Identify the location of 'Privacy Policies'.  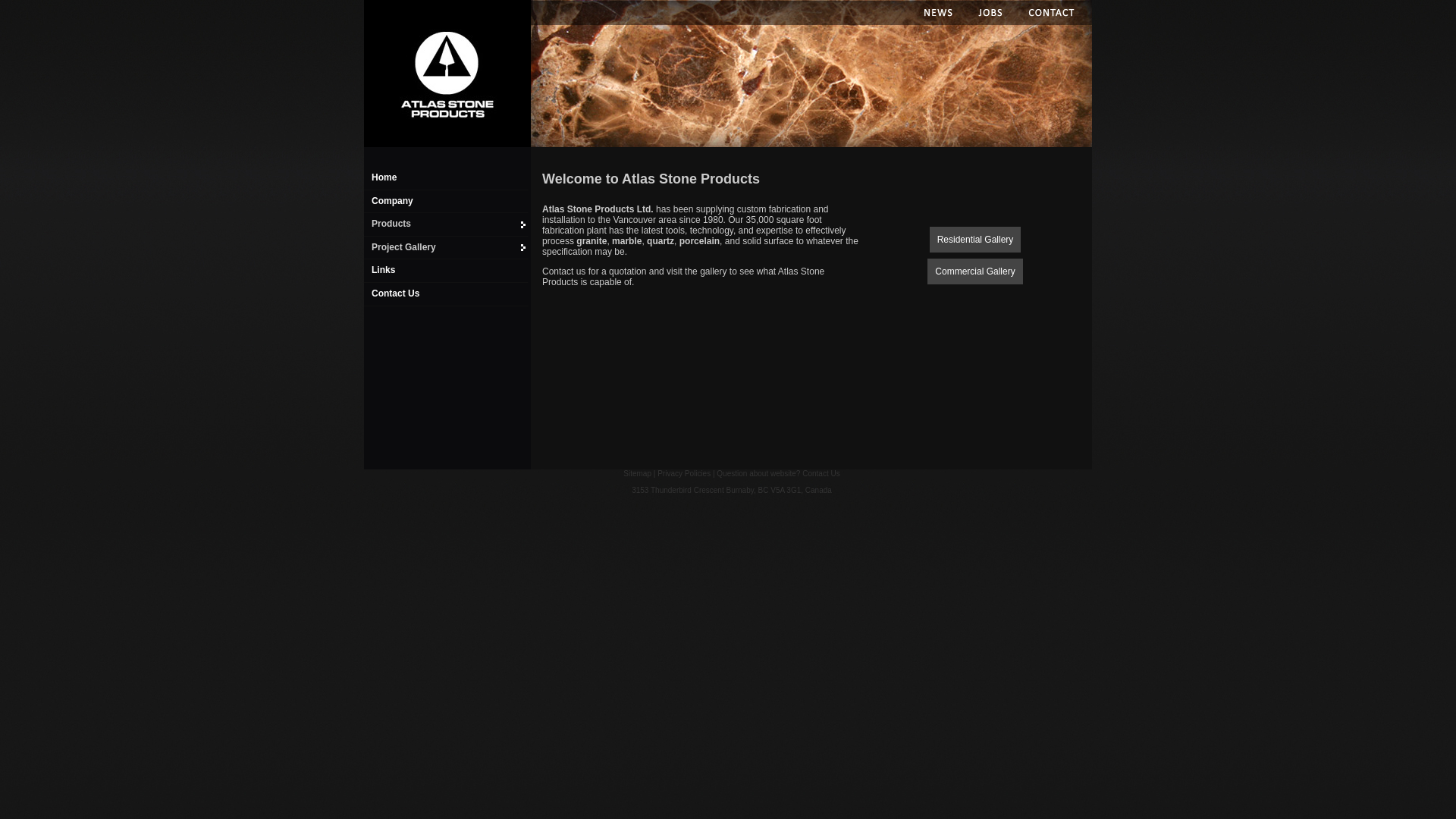
(657, 472).